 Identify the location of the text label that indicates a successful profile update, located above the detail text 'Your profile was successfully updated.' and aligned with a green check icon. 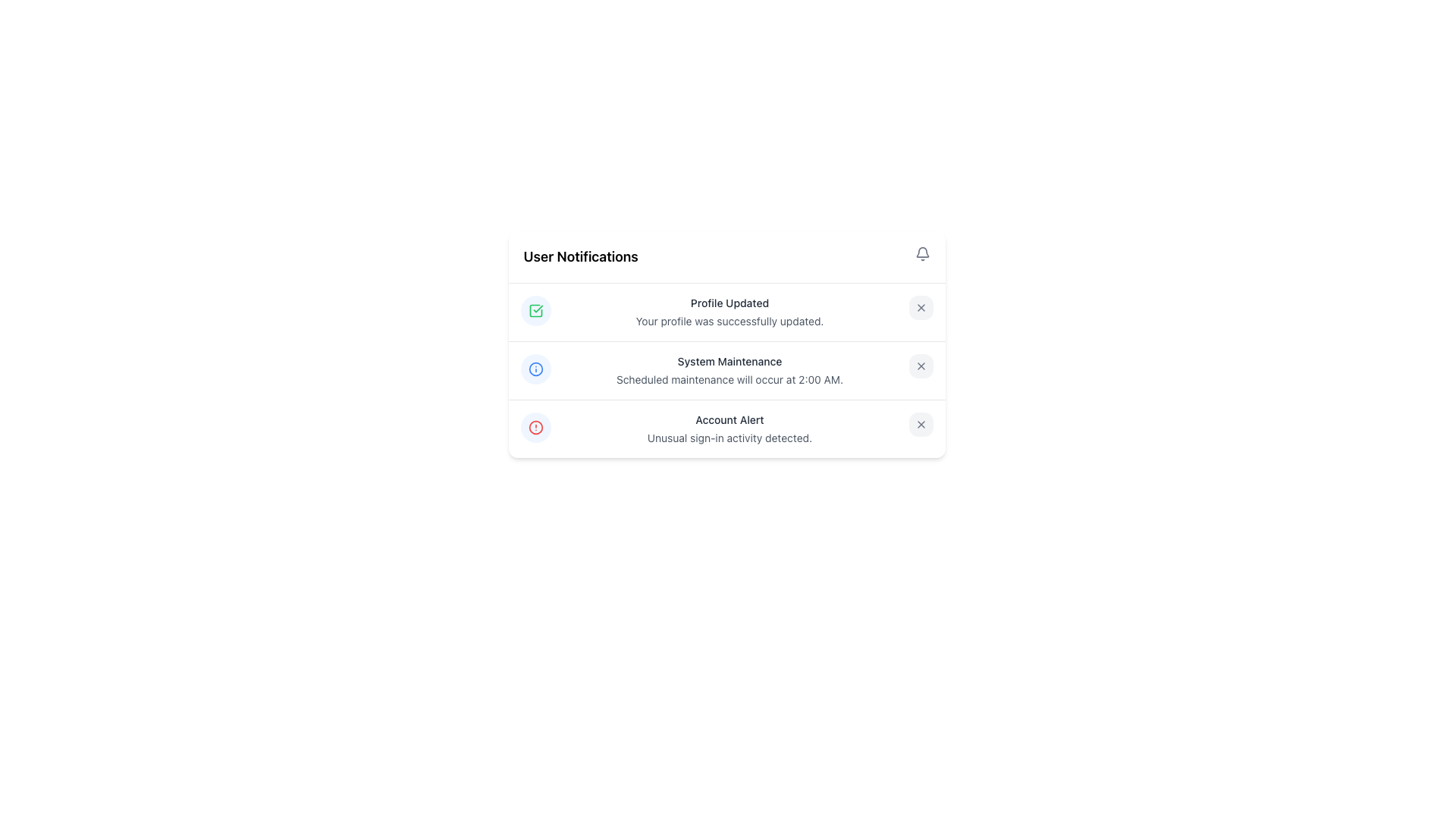
(730, 303).